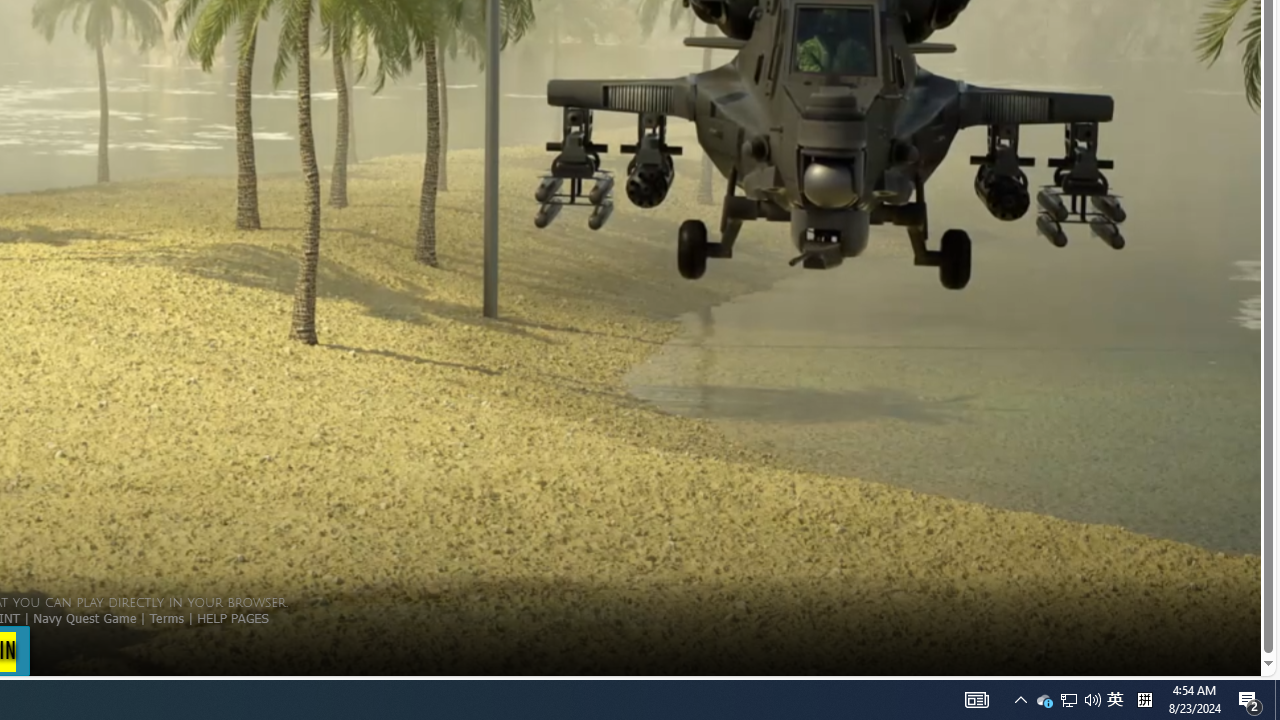 The height and width of the screenshot is (720, 1280). I want to click on 'Terms', so click(167, 616).